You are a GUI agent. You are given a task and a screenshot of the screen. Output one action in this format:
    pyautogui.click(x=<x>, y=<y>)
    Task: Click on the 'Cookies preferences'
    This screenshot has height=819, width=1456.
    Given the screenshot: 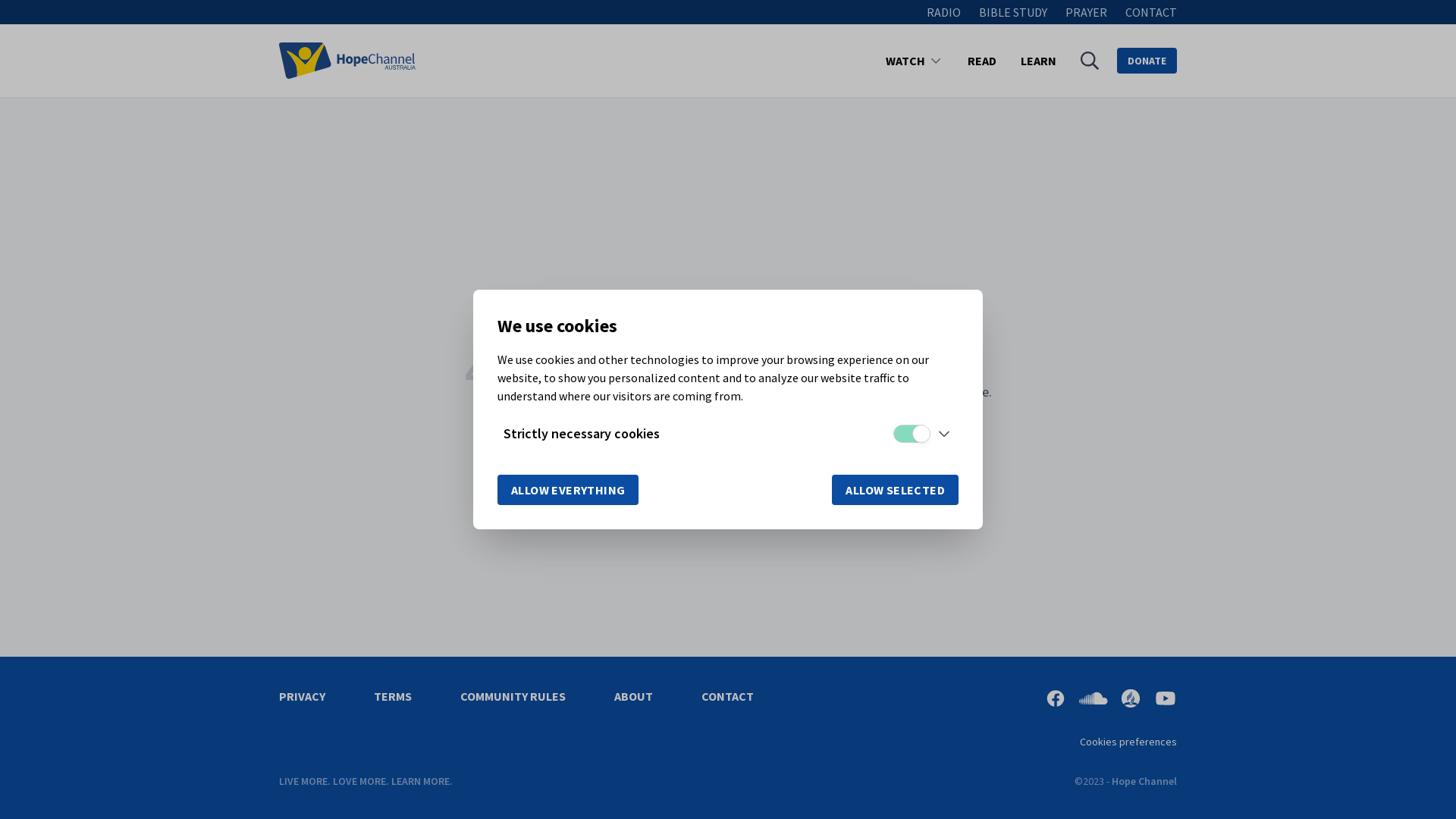 What is the action you would take?
    pyautogui.click(x=1128, y=741)
    